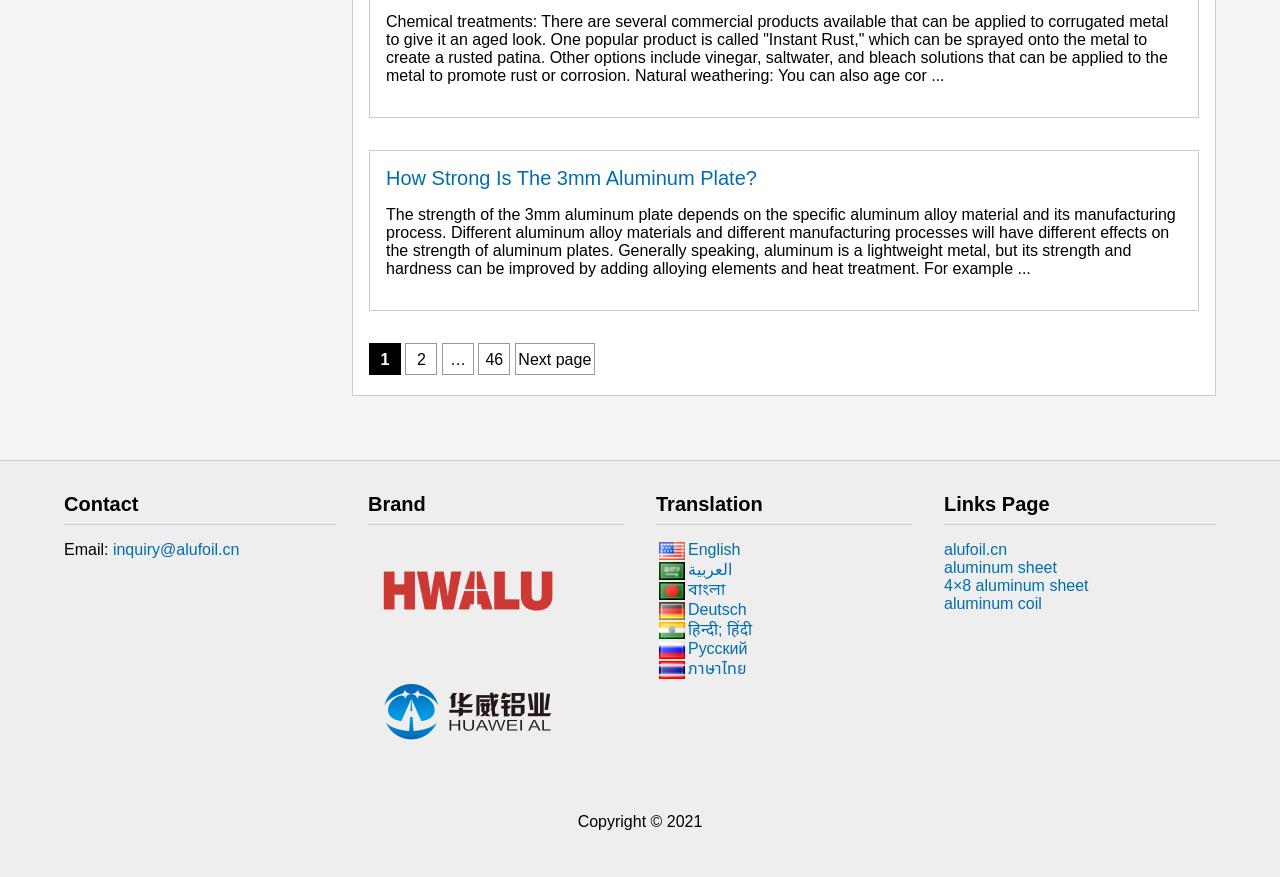 Image resolution: width=1280 pixels, height=877 pixels. What do you see at coordinates (688, 607) in the screenshot?
I see `'Deutsch'` at bounding box center [688, 607].